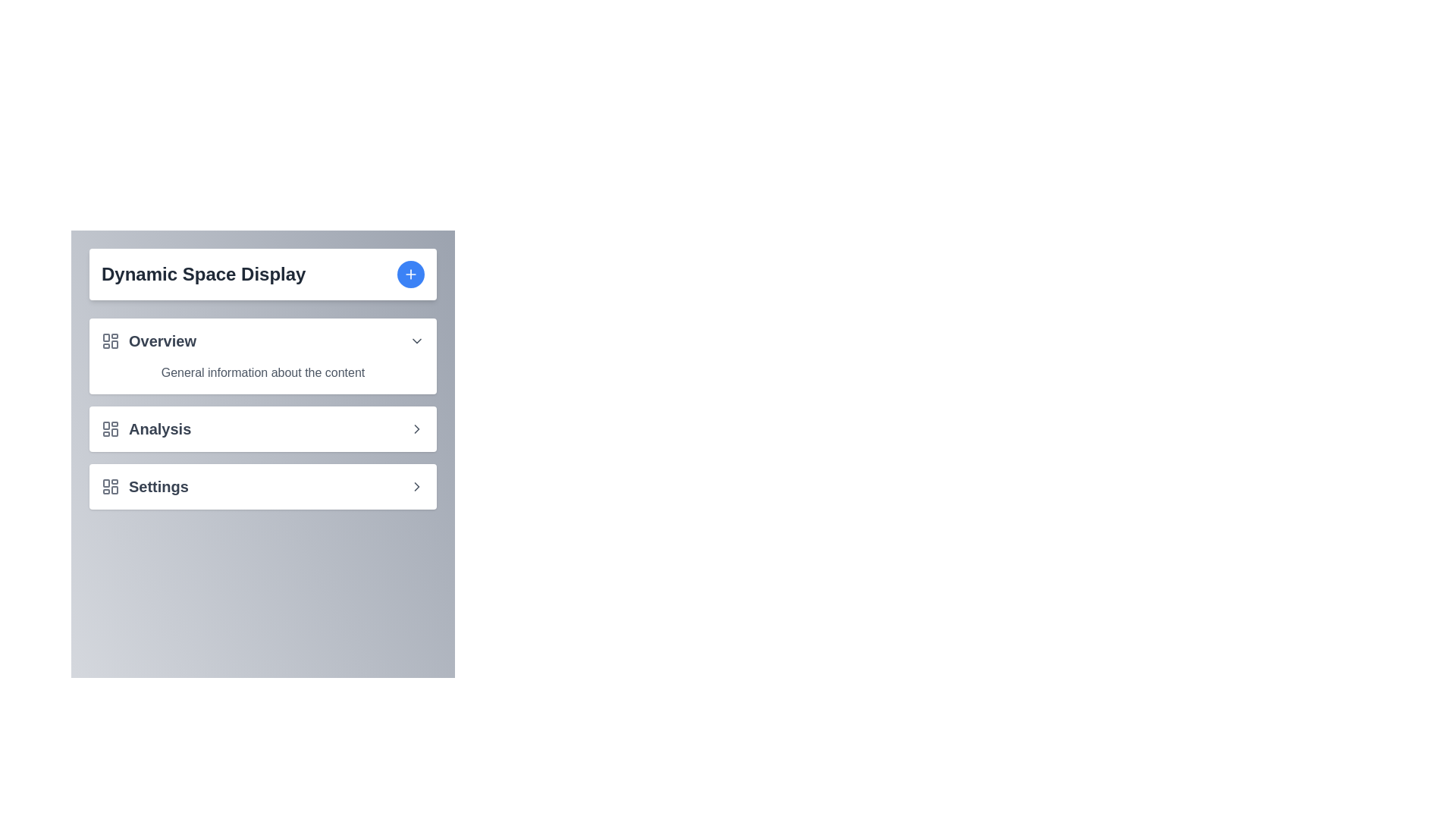  I want to click on the top-left rounded-corner rectangle decorative element of the icon group associated with the 'Overview' section of the user interface, so click(105, 337).